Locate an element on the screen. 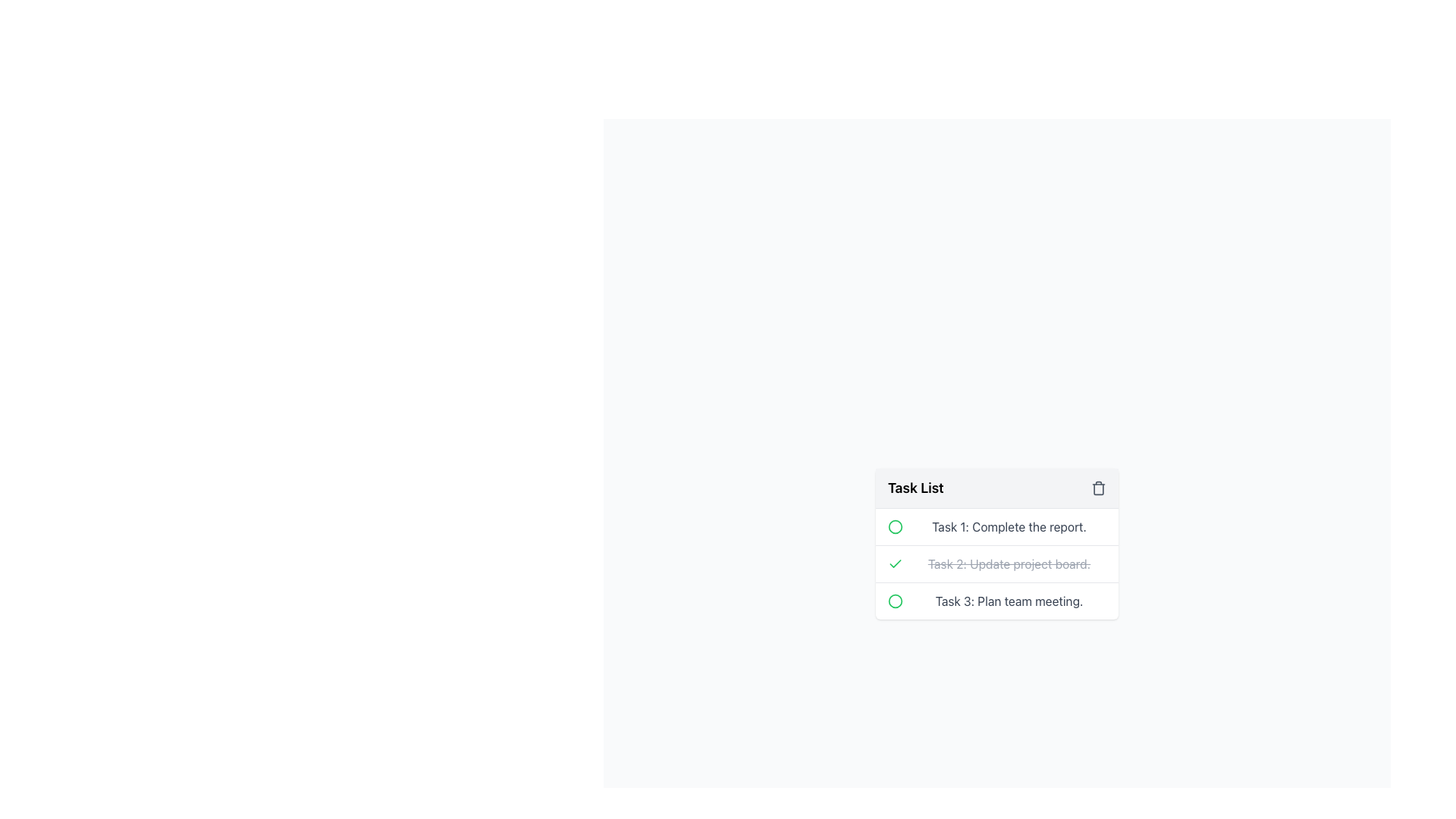 This screenshot has width=1456, height=819. text content of the bold text label 'Task List' located at the center-left of the header section of the task management panel is located at coordinates (915, 488).